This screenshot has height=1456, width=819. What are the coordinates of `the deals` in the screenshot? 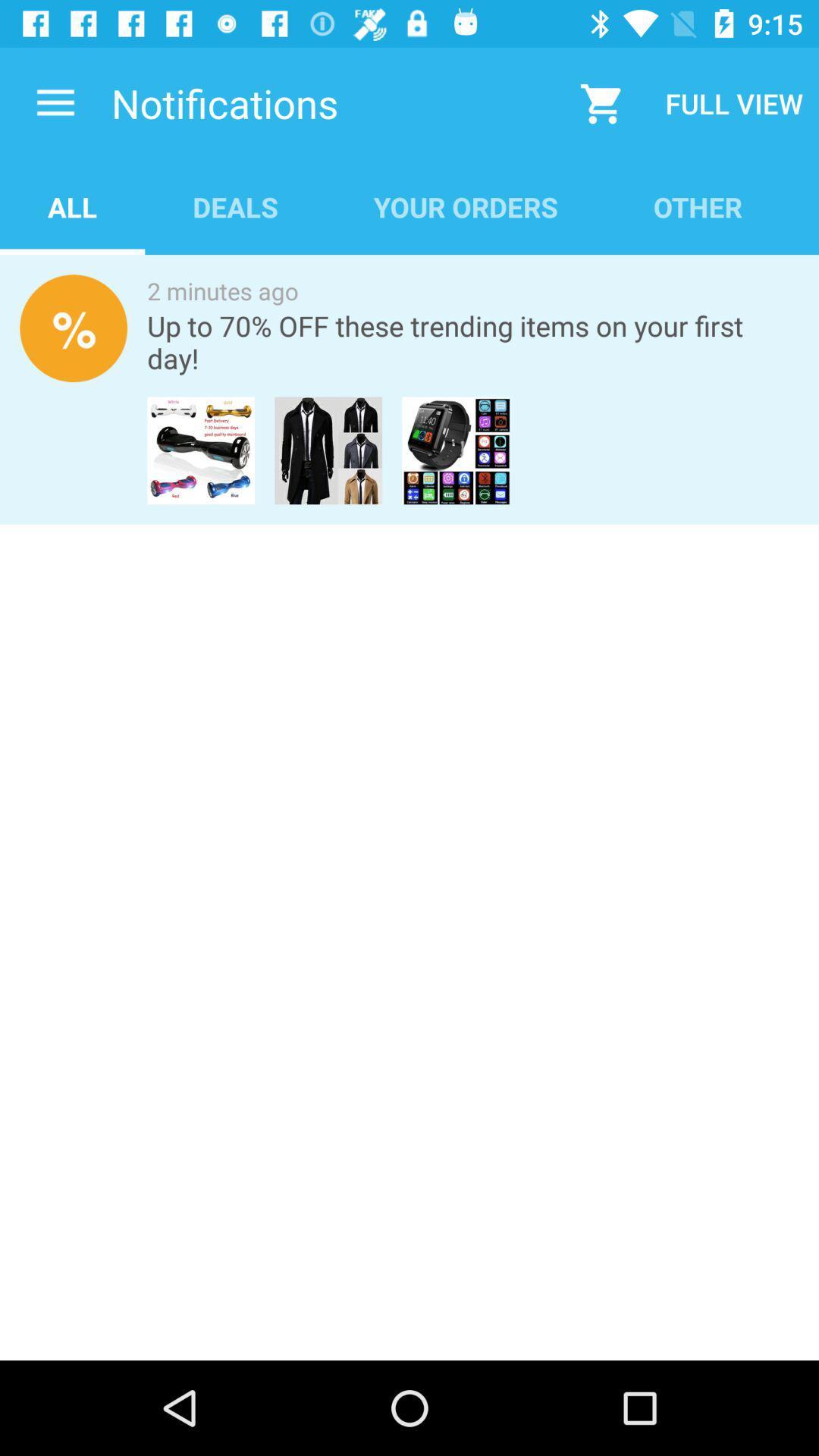 It's located at (235, 206).